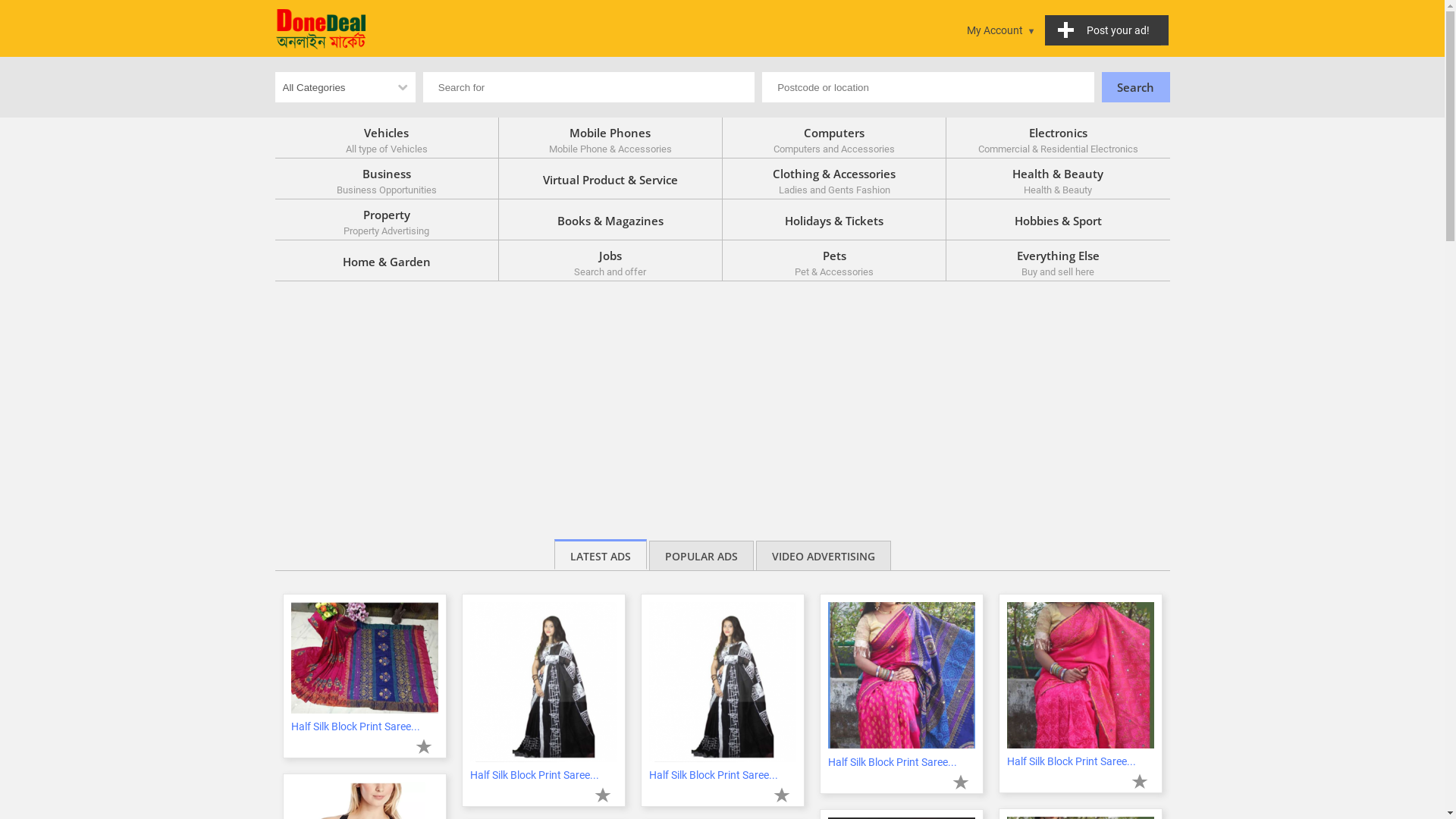 The height and width of the screenshot is (819, 1456). What do you see at coordinates (386, 259) in the screenshot?
I see `'Home & Garden'` at bounding box center [386, 259].